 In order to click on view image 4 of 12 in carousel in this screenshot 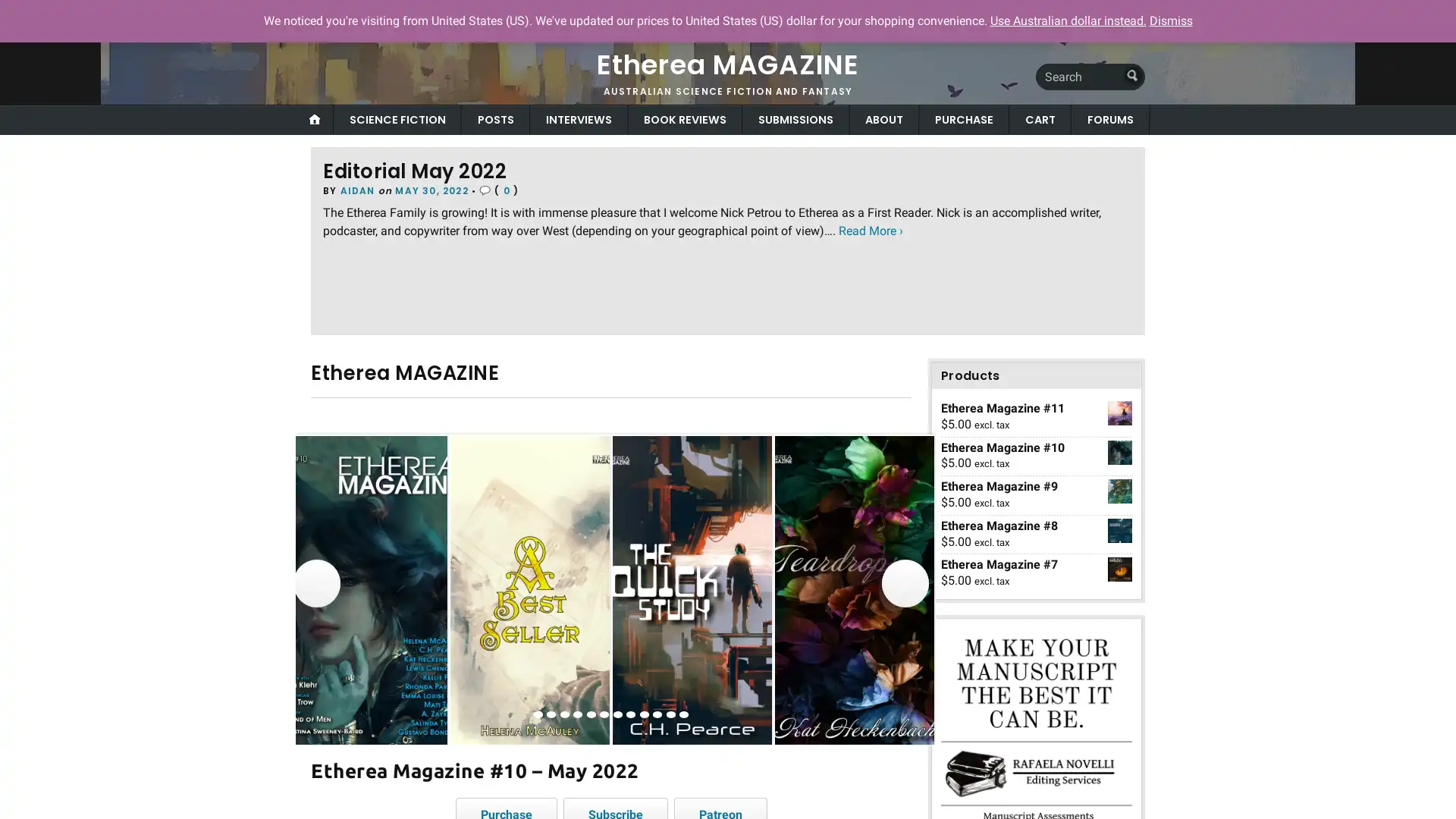, I will do `click(577, 714)`.